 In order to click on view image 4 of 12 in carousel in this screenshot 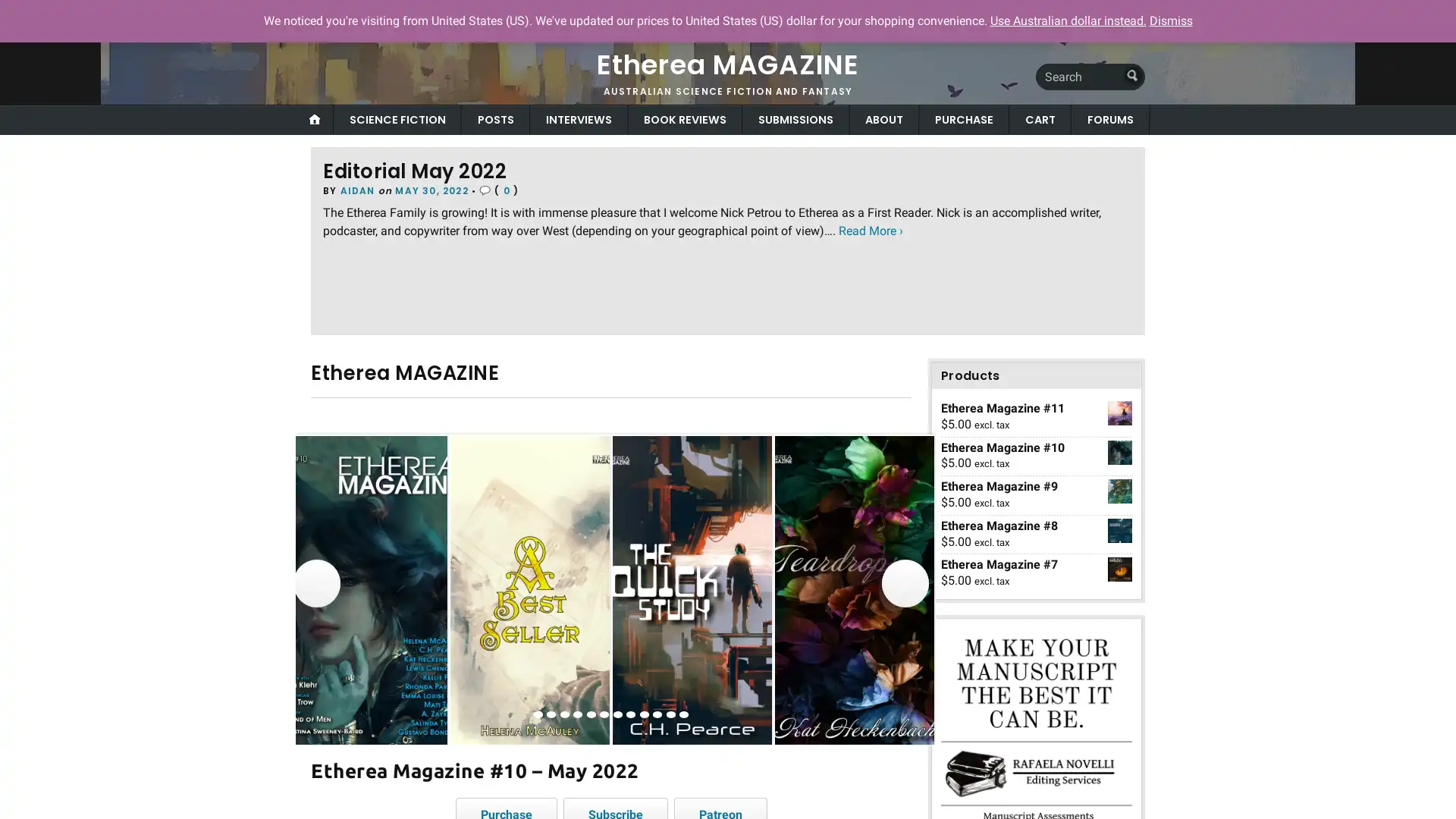, I will do `click(577, 714)`.